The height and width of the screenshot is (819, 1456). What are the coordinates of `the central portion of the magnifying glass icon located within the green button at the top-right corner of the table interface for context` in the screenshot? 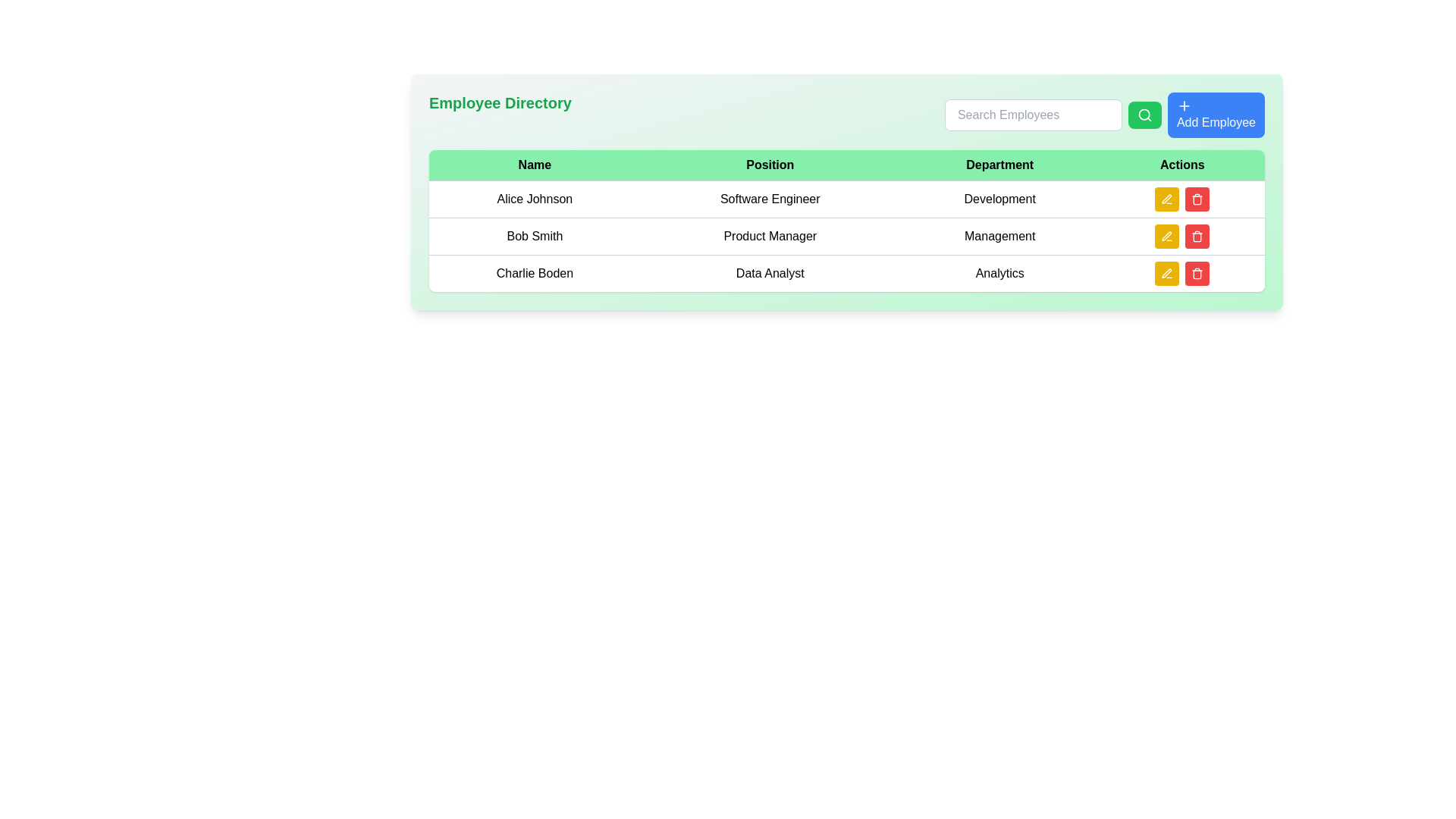 It's located at (1144, 114).